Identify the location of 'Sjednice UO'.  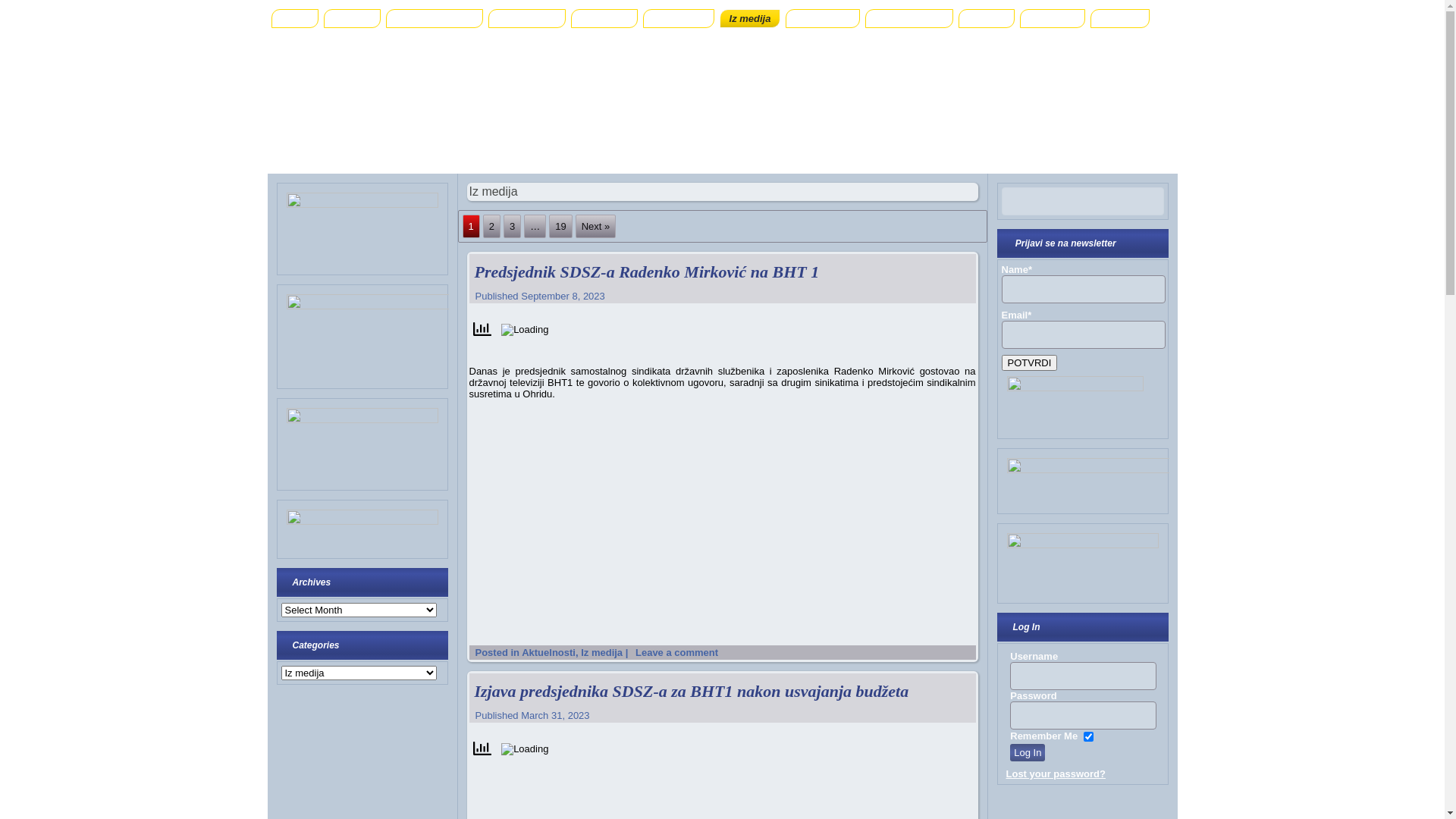
(527, 18).